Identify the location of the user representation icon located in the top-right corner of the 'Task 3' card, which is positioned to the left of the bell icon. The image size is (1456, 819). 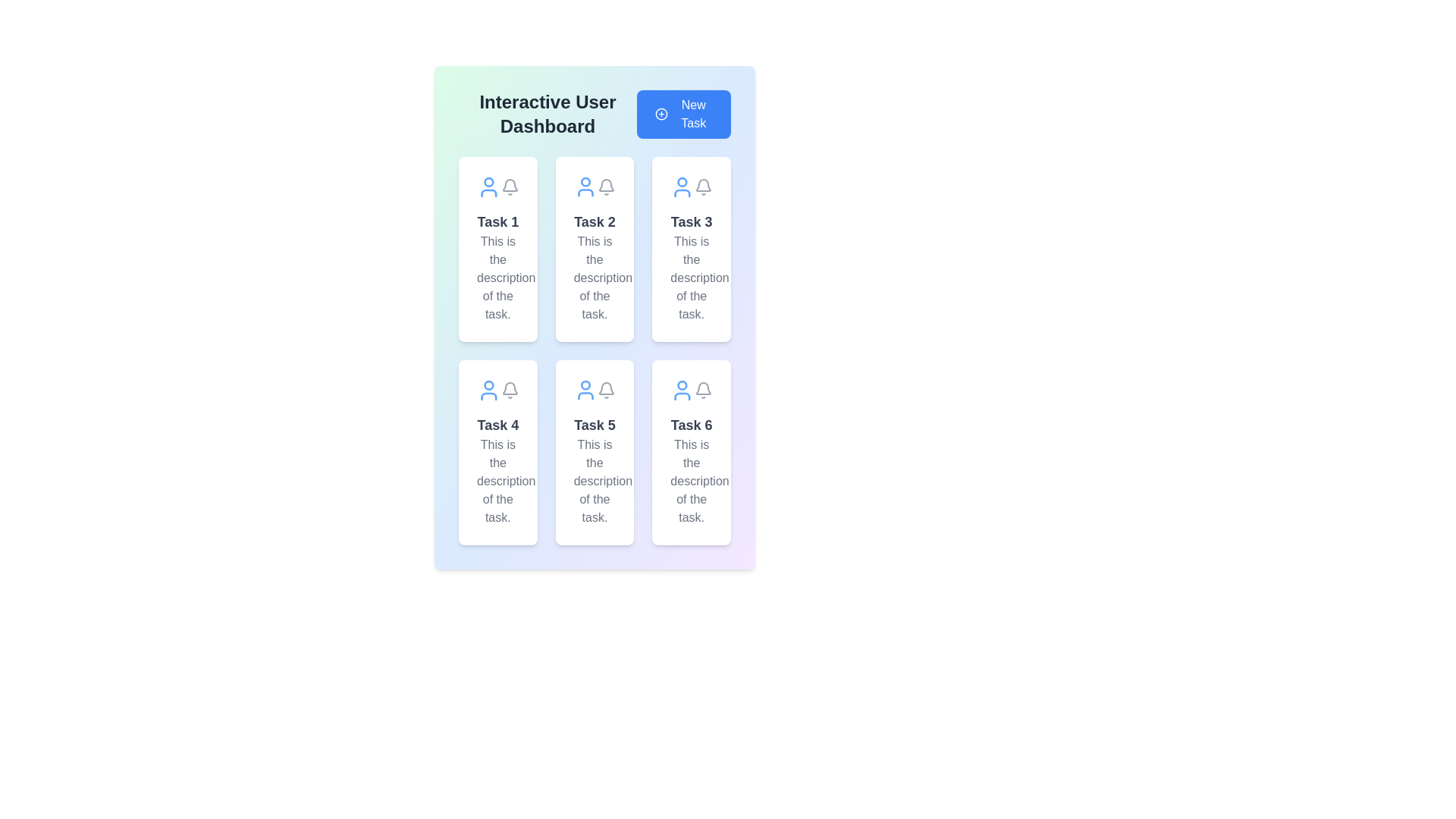
(682, 186).